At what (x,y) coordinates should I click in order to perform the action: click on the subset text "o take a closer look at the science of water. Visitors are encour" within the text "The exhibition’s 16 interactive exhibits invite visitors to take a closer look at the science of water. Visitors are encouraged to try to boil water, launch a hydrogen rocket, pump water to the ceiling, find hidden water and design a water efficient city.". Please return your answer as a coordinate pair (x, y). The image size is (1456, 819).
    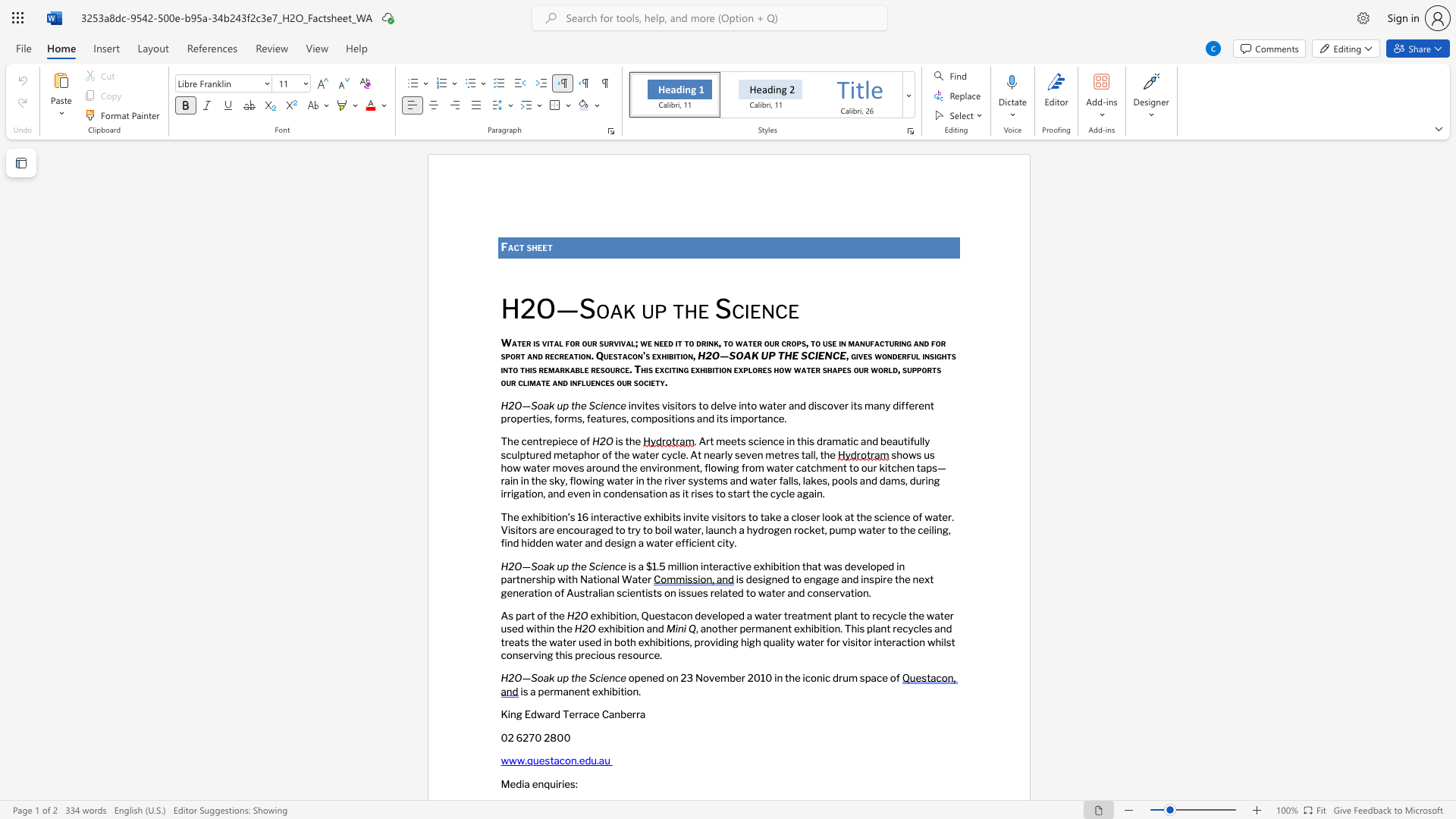
    Looking at the image, I should click on (752, 516).